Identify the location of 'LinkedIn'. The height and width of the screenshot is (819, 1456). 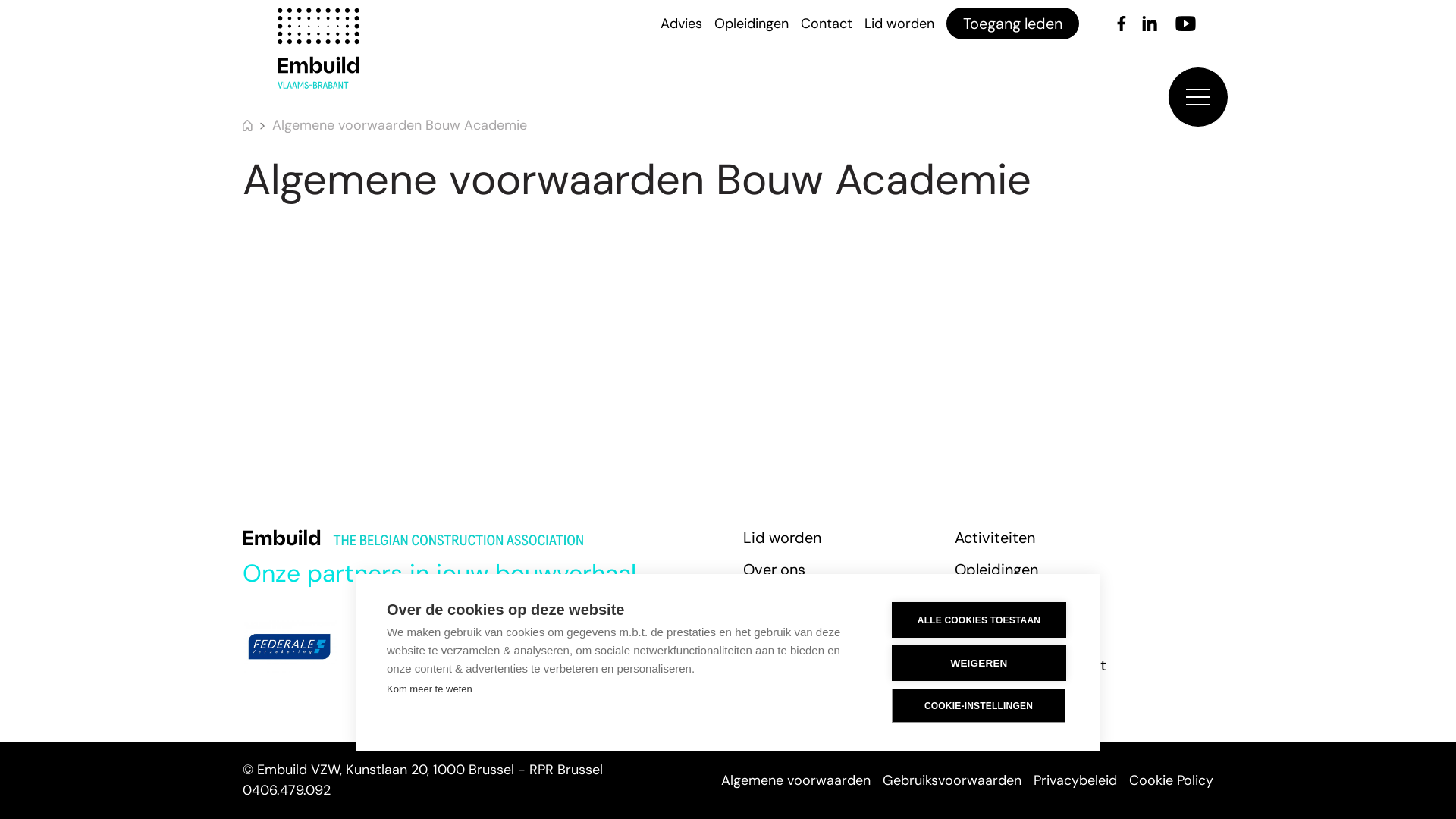
(1150, 23).